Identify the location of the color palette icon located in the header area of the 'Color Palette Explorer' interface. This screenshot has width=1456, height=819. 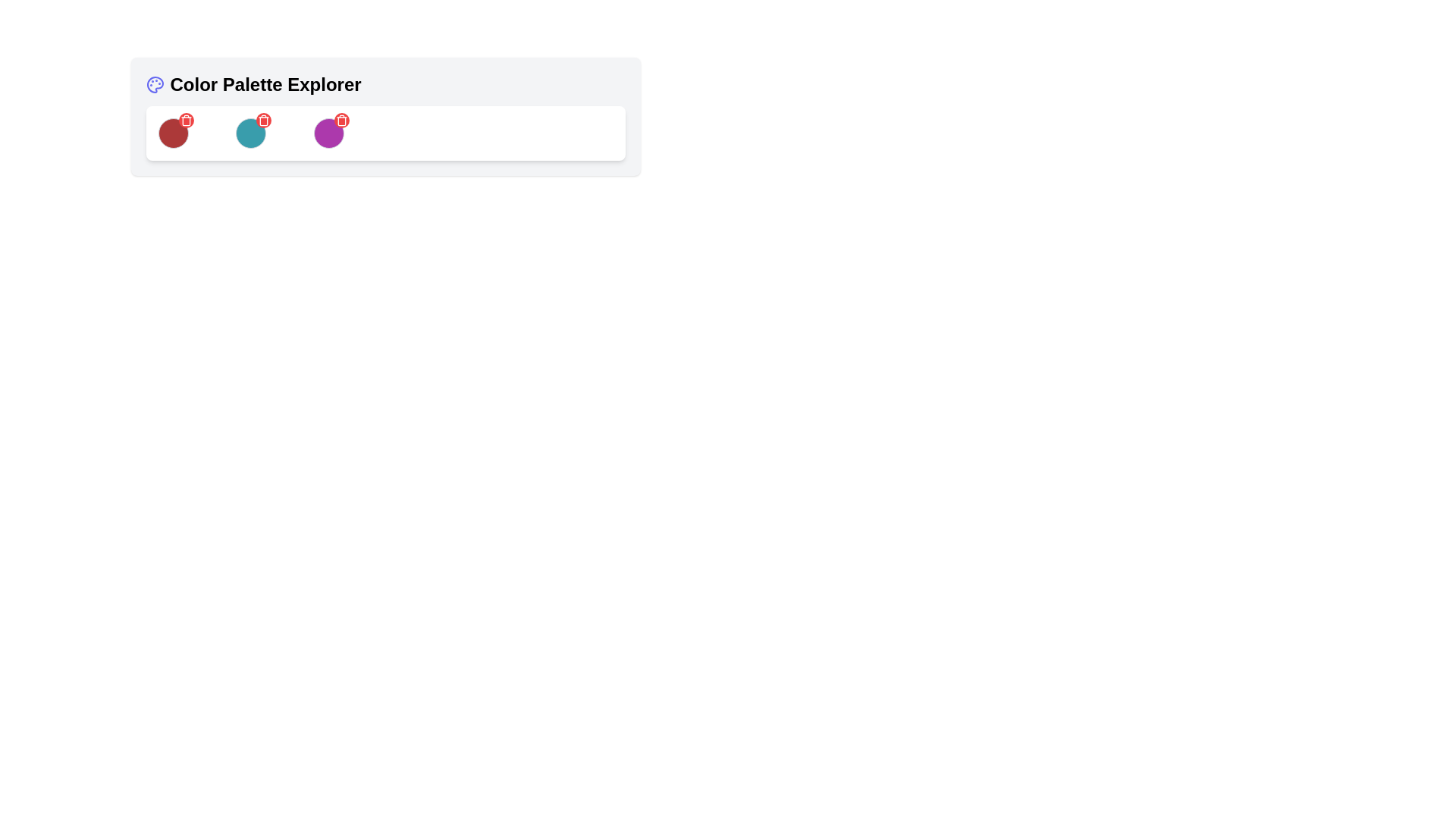
(155, 84).